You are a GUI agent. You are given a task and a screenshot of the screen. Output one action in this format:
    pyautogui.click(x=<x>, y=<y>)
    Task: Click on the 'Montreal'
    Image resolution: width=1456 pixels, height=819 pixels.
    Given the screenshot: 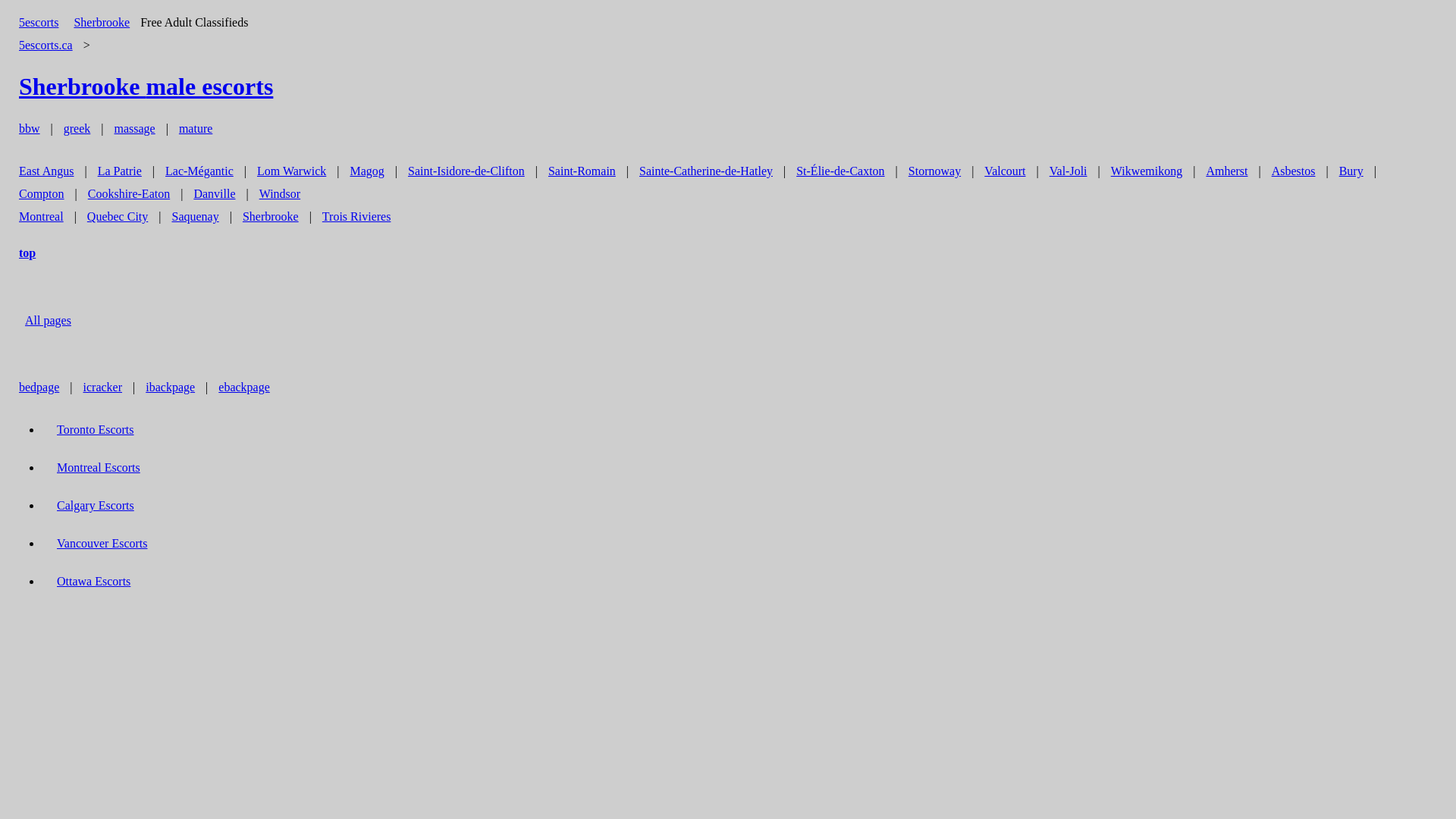 What is the action you would take?
    pyautogui.click(x=41, y=216)
    